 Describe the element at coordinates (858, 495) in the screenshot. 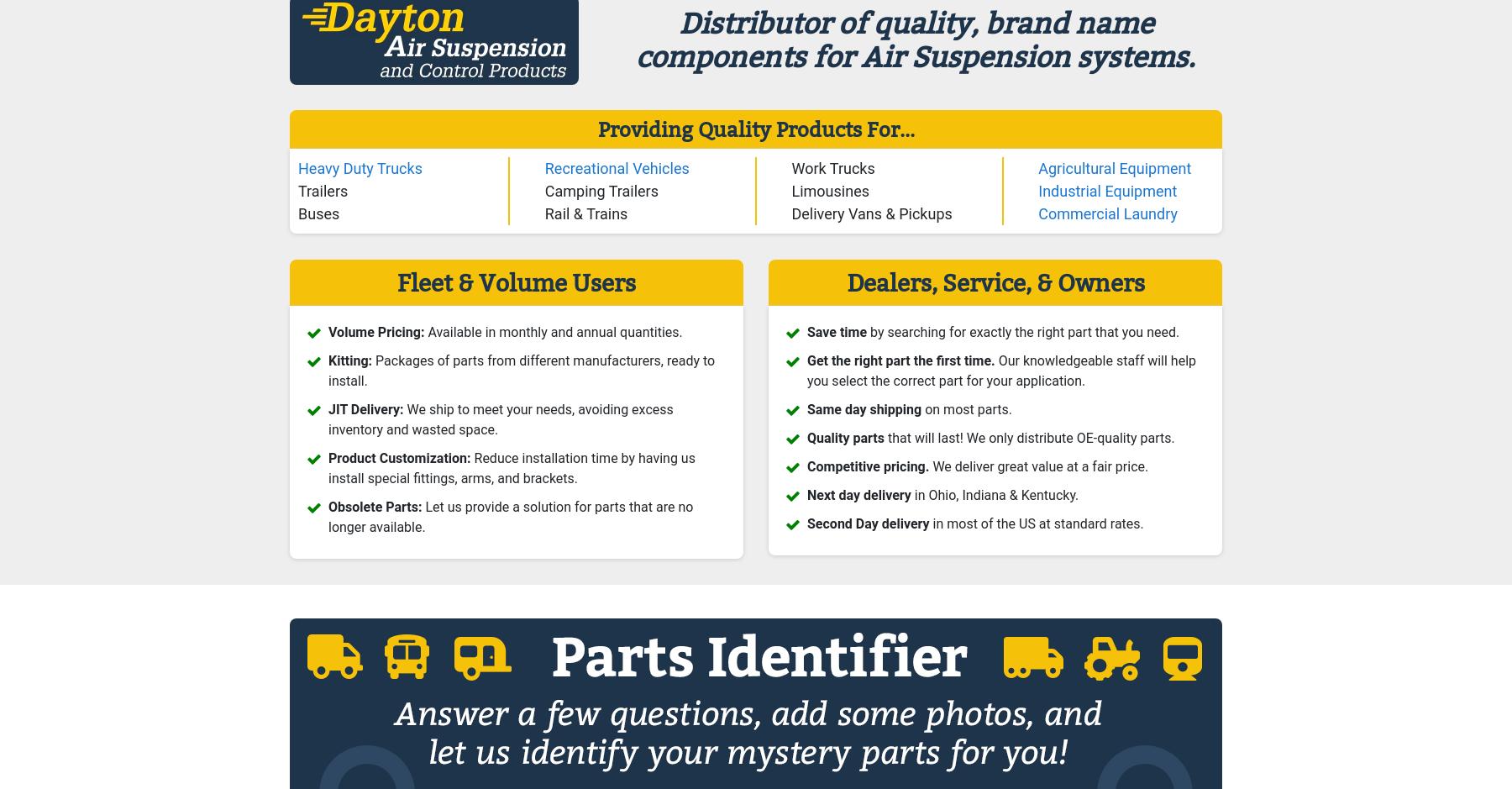

I see `'Next day delivery'` at that location.